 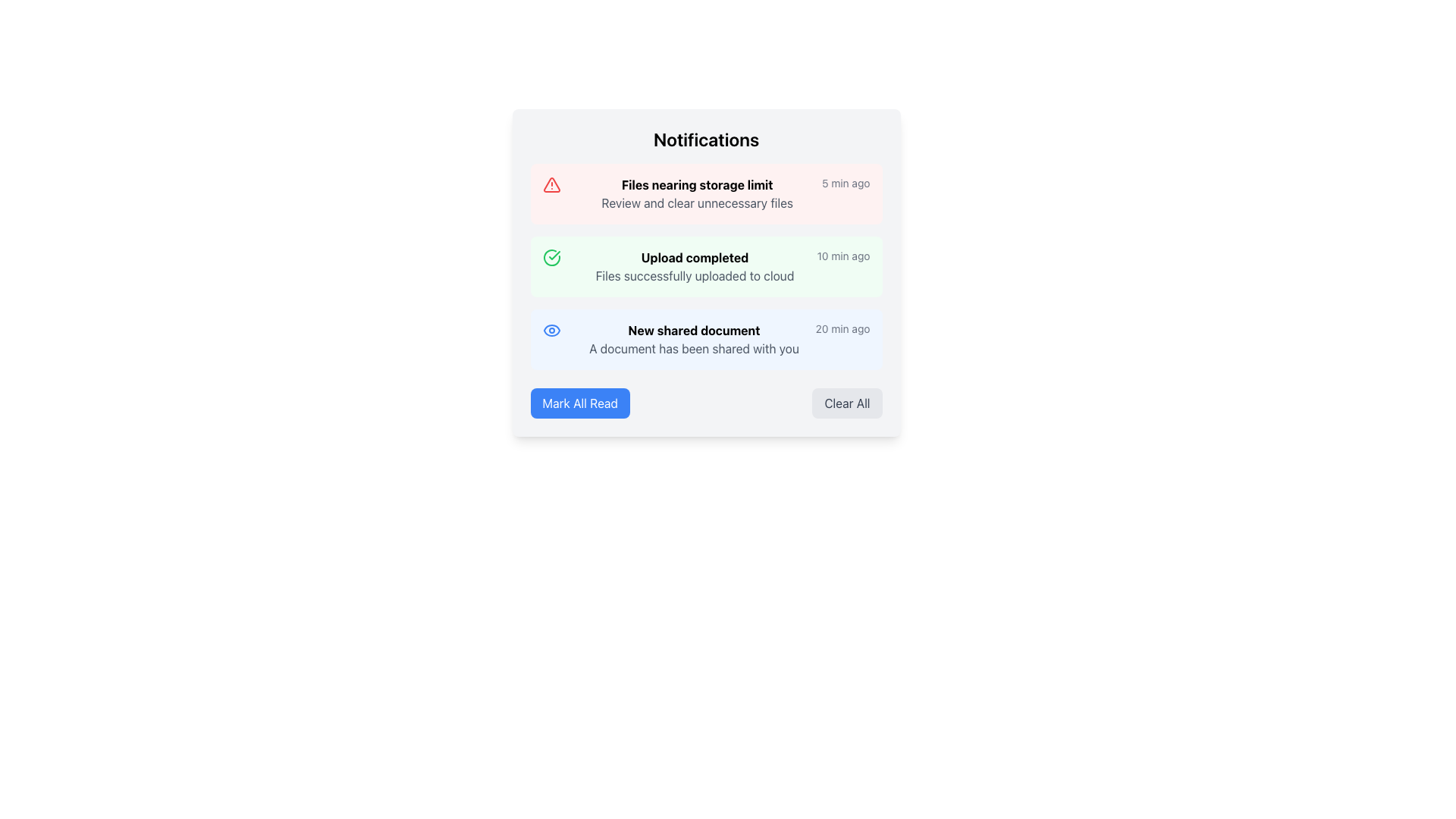 What do you see at coordinates (551, 329) in the screenshot?
I see `the outer oval shape of the eye icon, which is part of the vector graphic indicating visibility or a view action` at bounding box center [551, 329].